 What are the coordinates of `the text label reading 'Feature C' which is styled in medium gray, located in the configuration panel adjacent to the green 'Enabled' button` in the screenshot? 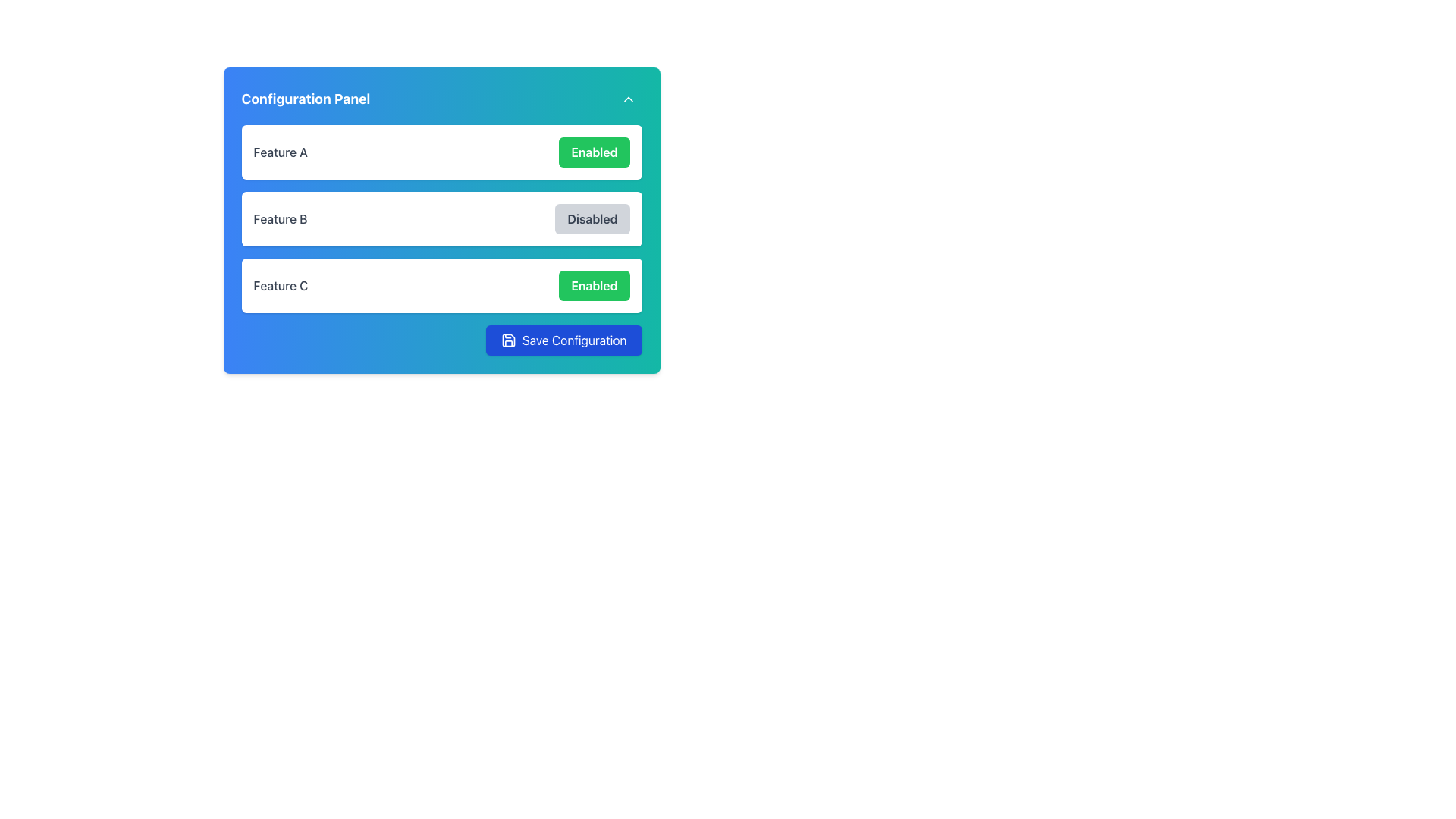 It's located at (281, 286).